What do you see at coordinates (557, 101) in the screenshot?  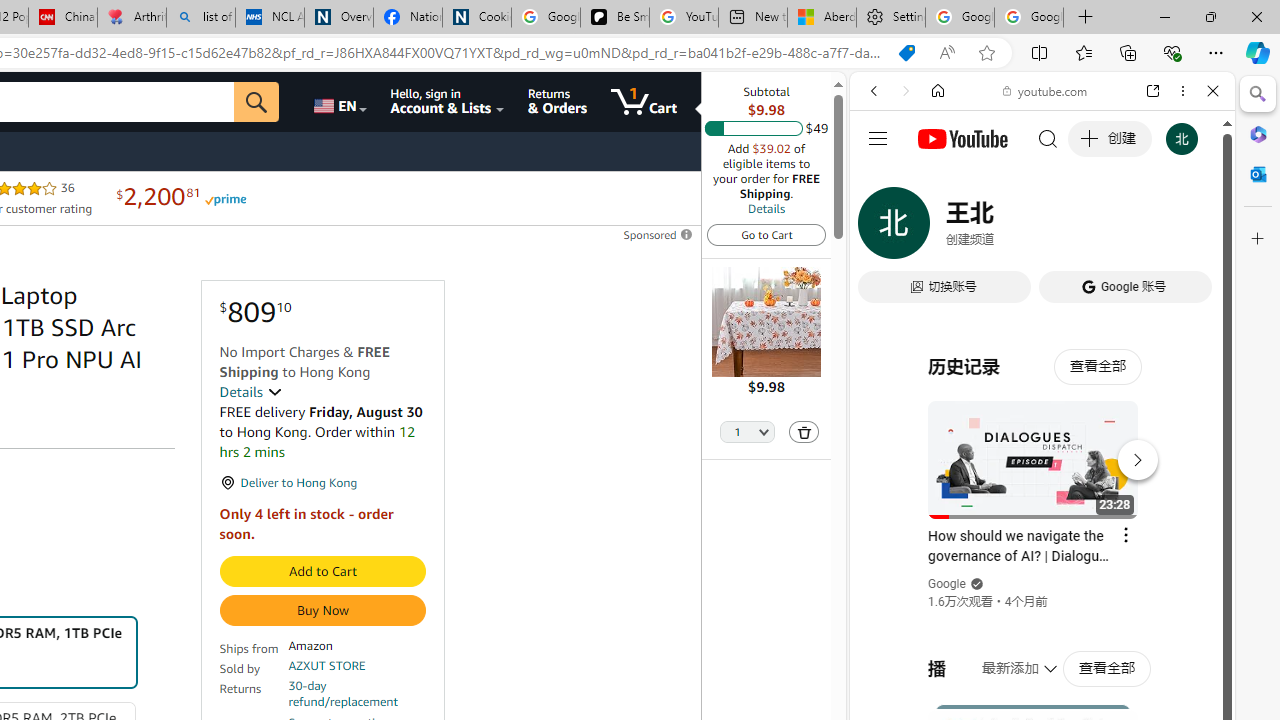 I see `'Returns & Orders'` at bounding box center [557, 101].